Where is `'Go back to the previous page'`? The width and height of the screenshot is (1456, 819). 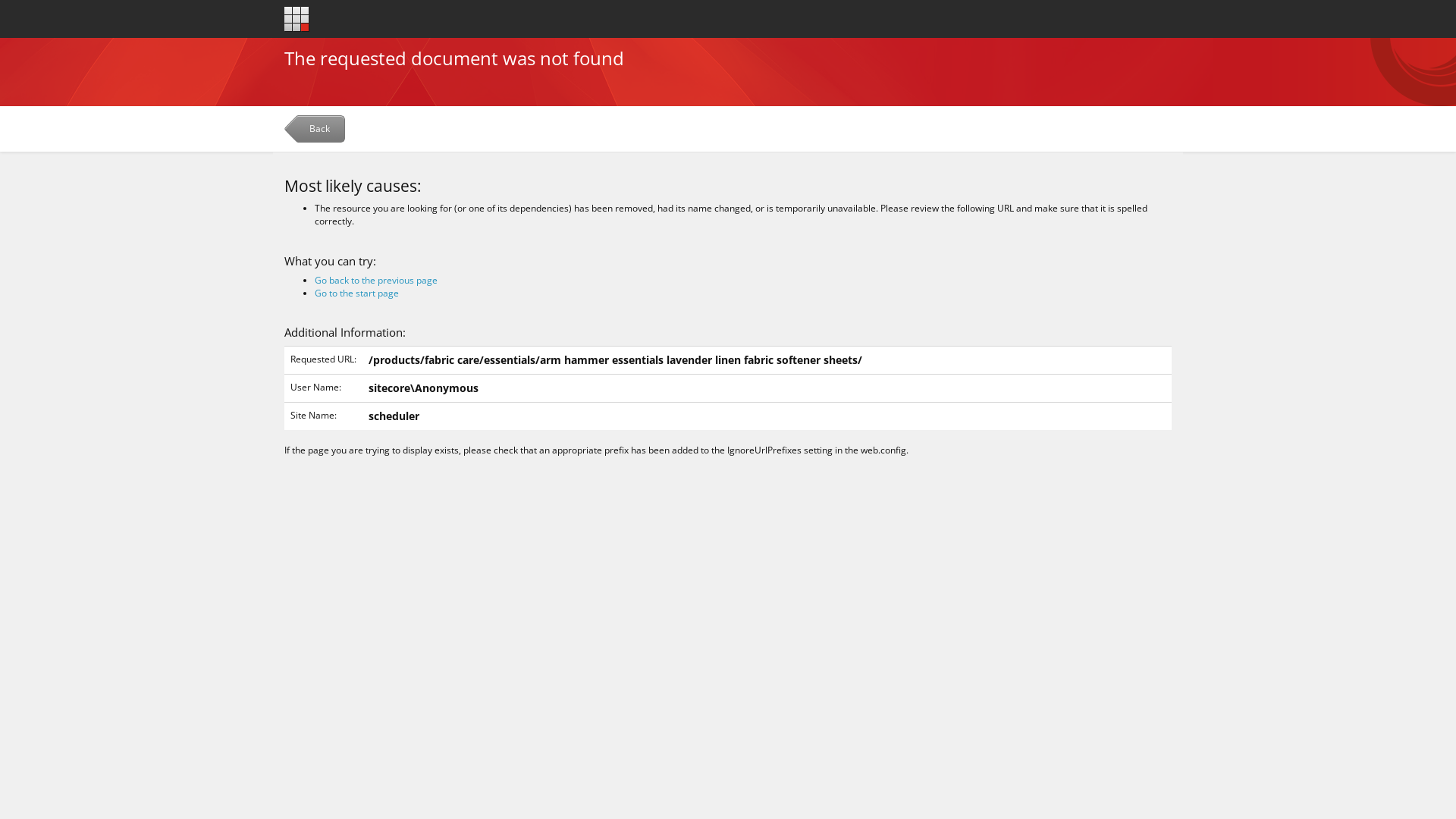 'Go back to the previous page' is located at coordinates (375, 280).